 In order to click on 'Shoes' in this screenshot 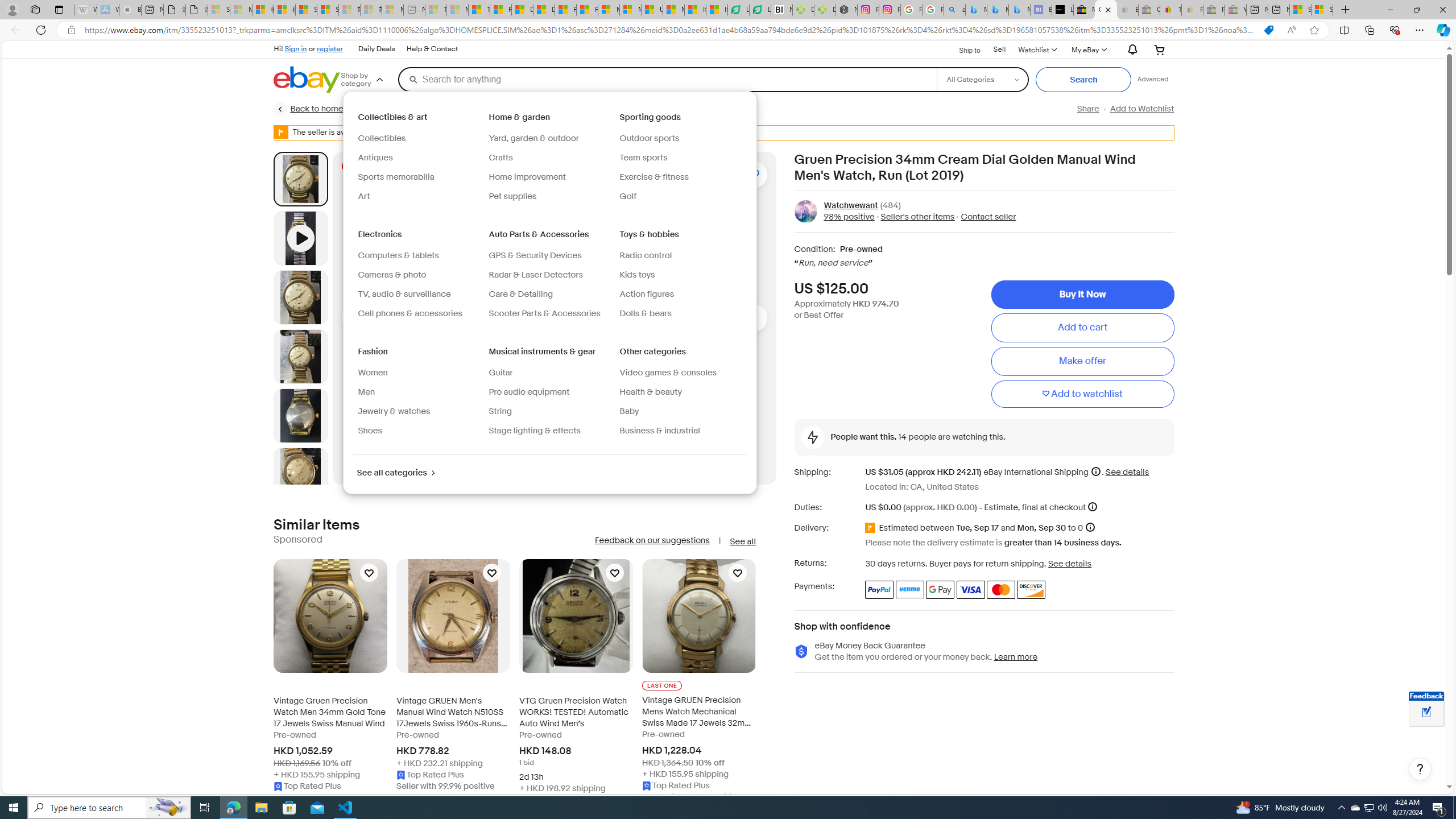, I will do `click(370, 431)`.